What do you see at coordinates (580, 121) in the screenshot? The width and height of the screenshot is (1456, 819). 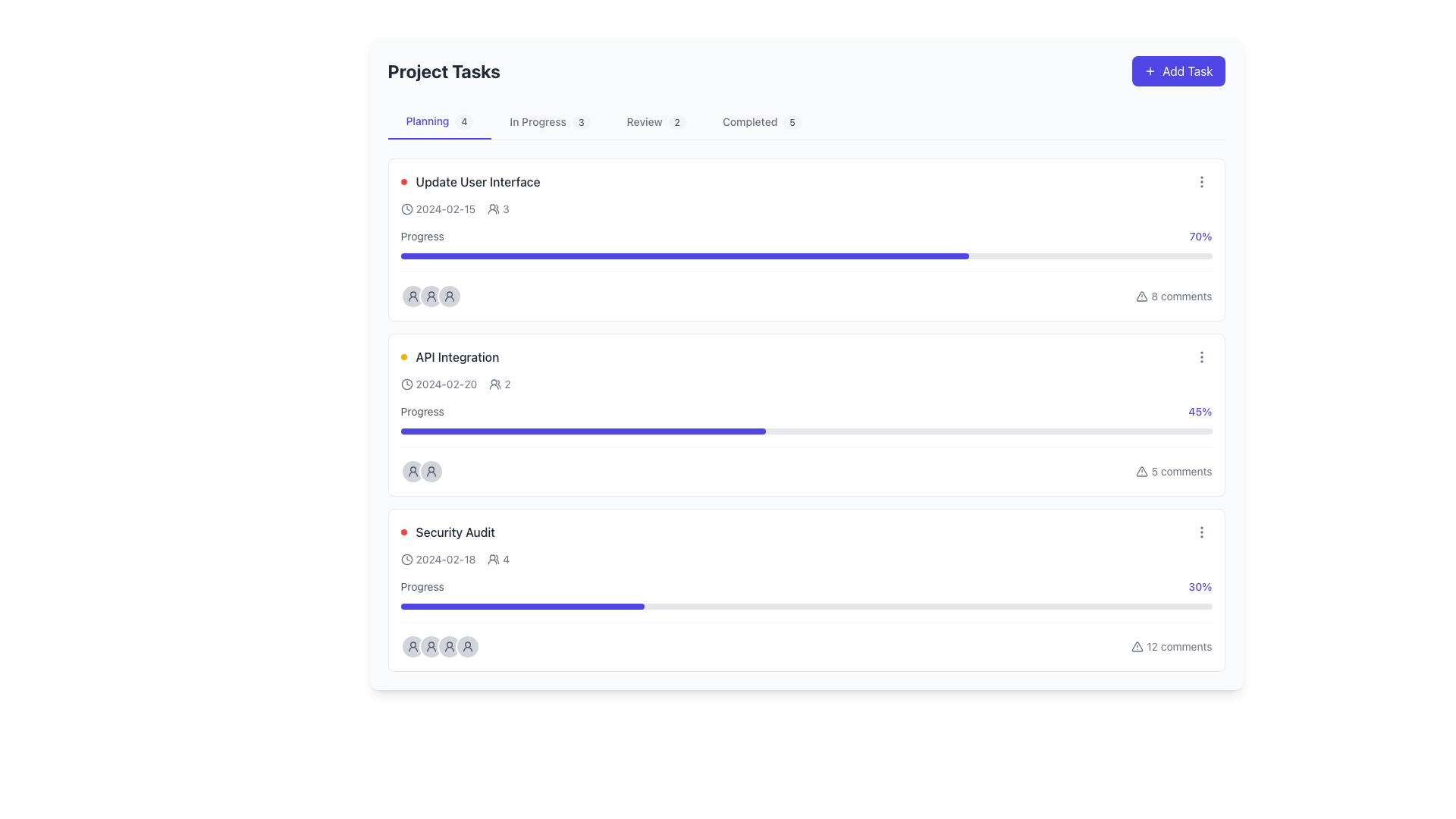 I see `the 'In Progress' Count badge located to the right of the 'In Progress' text label in the navigation bar` at bounding box center [580, 121].